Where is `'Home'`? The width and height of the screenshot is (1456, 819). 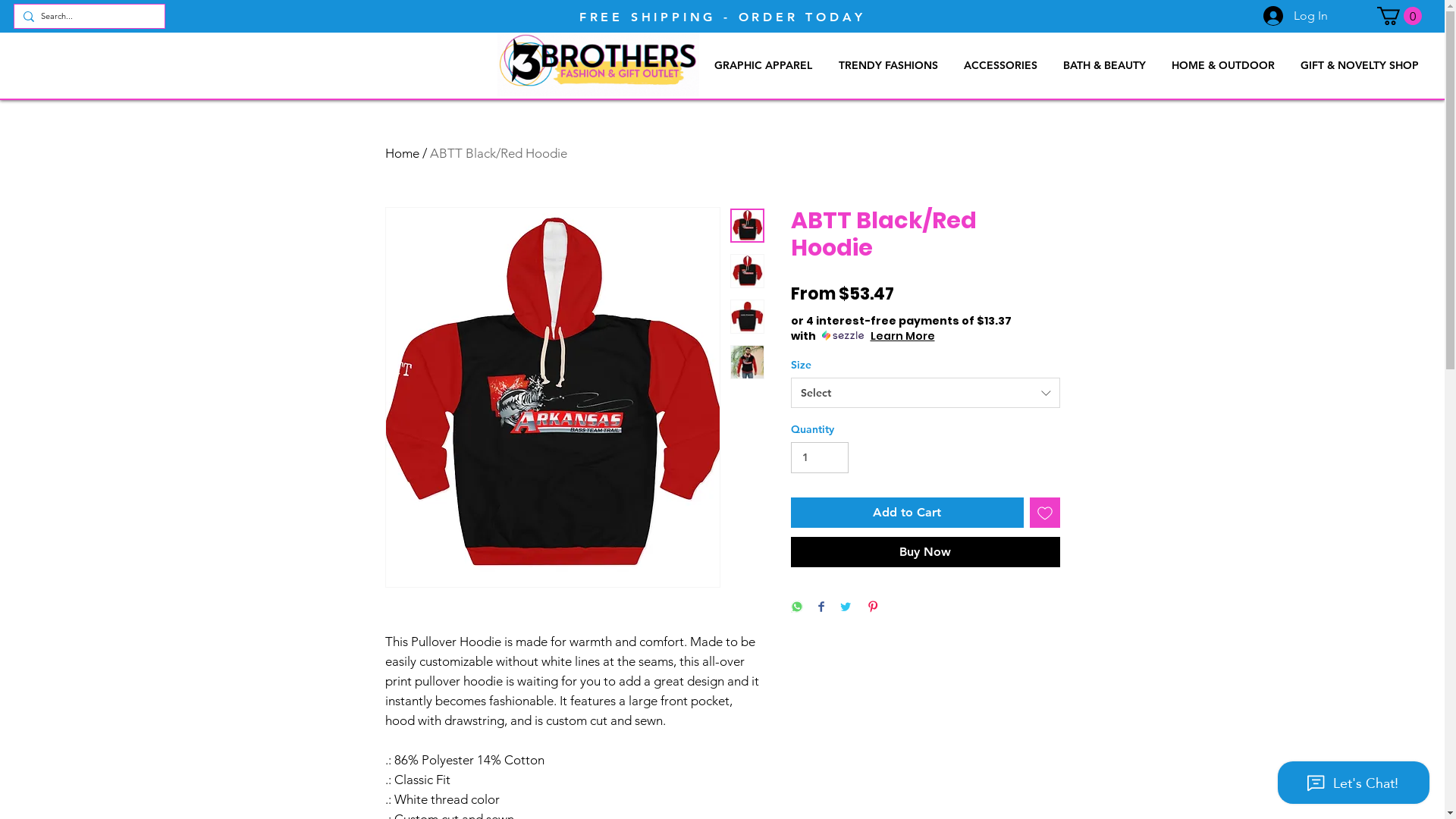
'Home' is located at coordinates (402, 152).